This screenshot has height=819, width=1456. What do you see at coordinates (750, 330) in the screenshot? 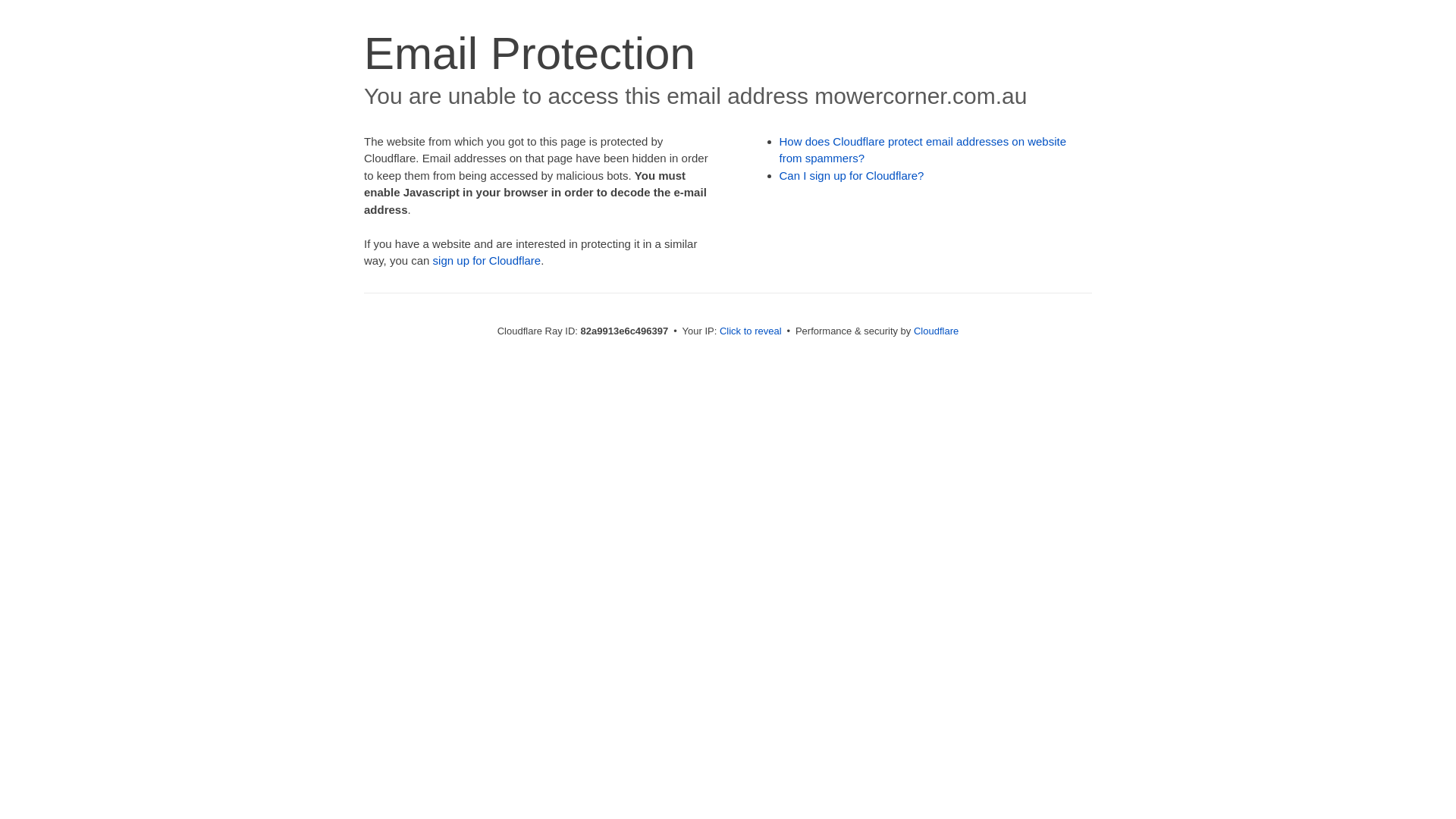
I see `'Click to reveal'` at bounding box center [750, 330].